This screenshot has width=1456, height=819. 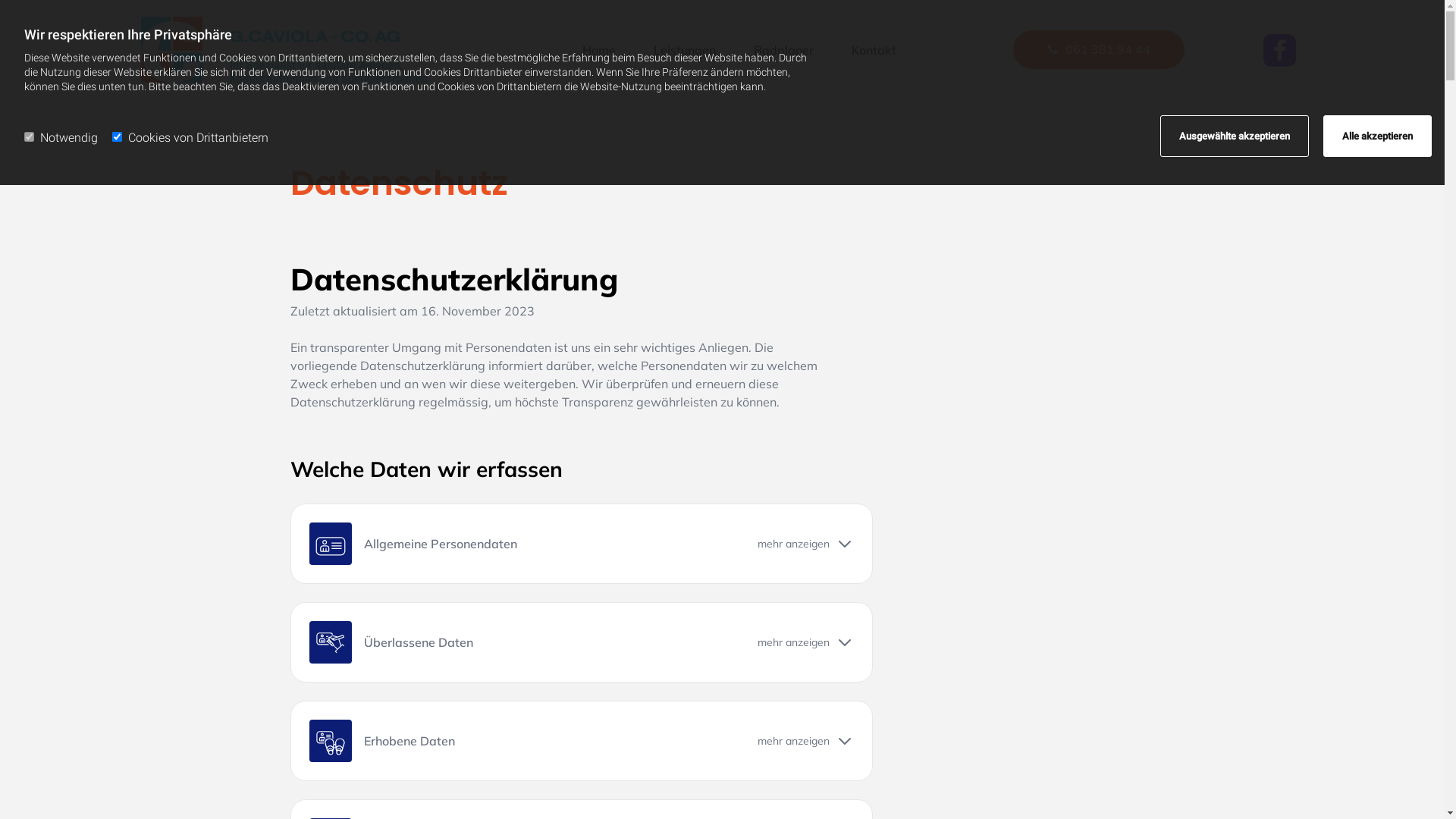 I want to click on 'Home', so click(x=574, y=49).